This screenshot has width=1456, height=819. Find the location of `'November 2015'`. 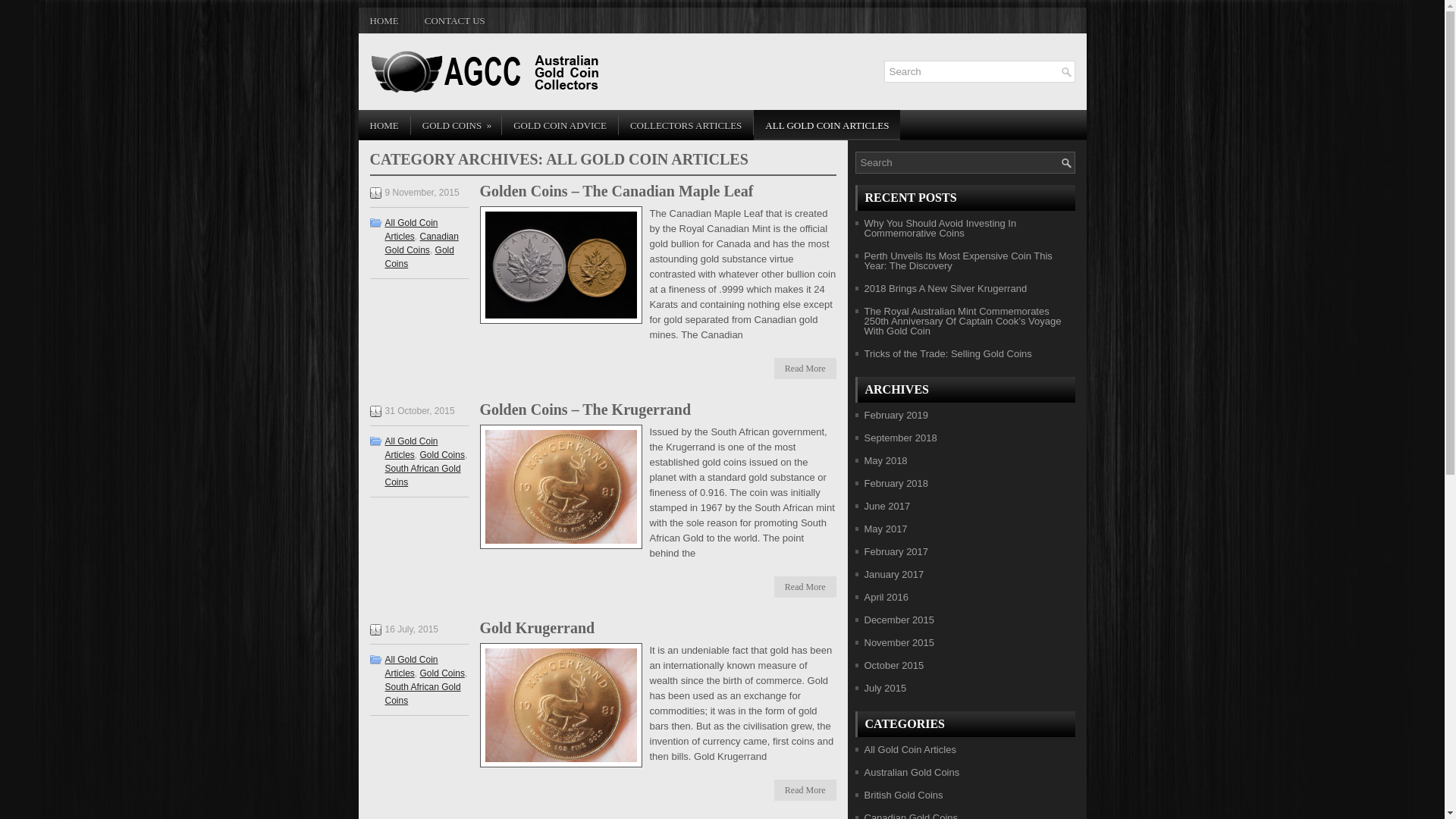

'November 2015' is located at coordinates (899, 642).